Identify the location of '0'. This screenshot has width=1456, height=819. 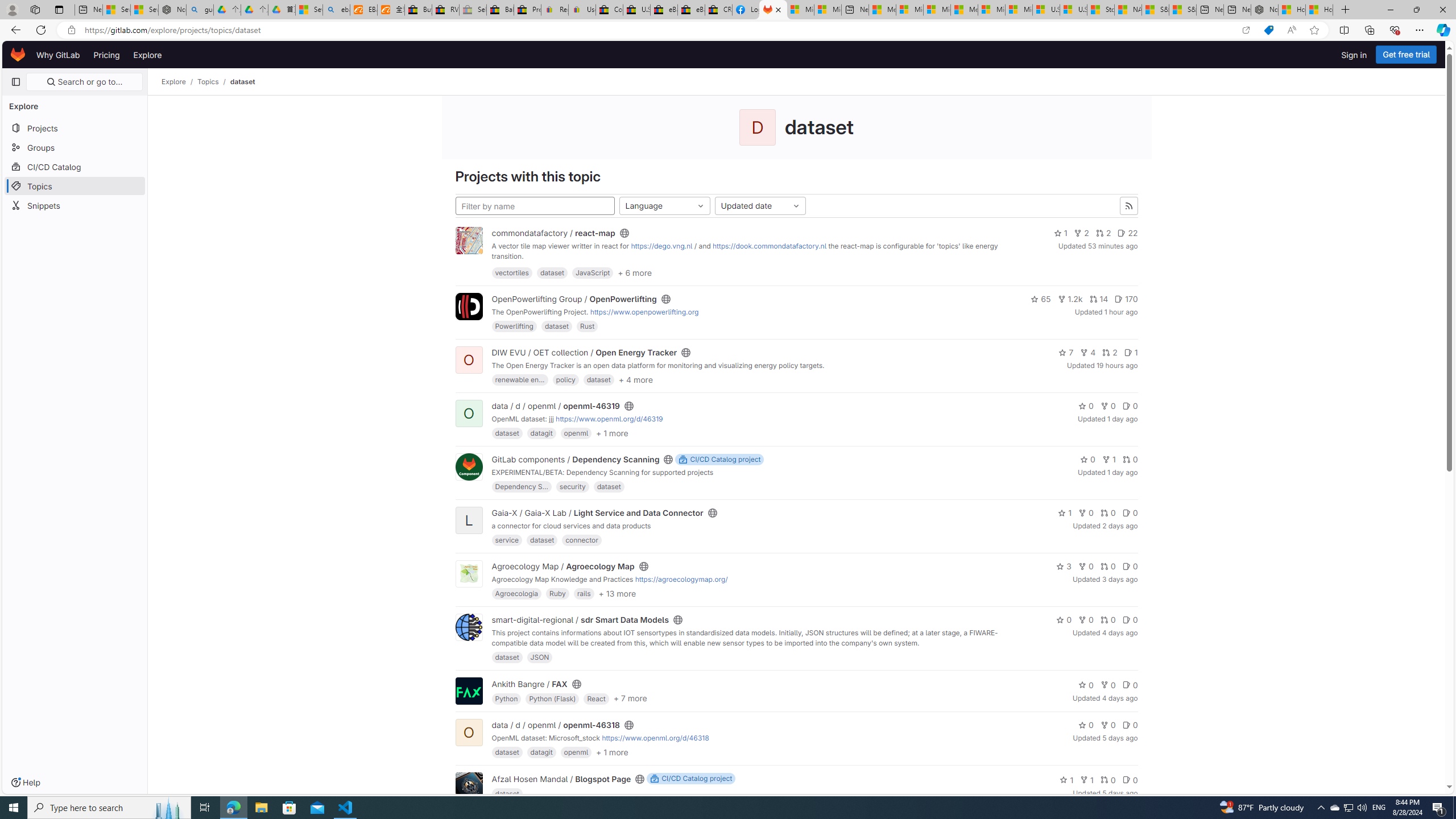
(1130, 779).